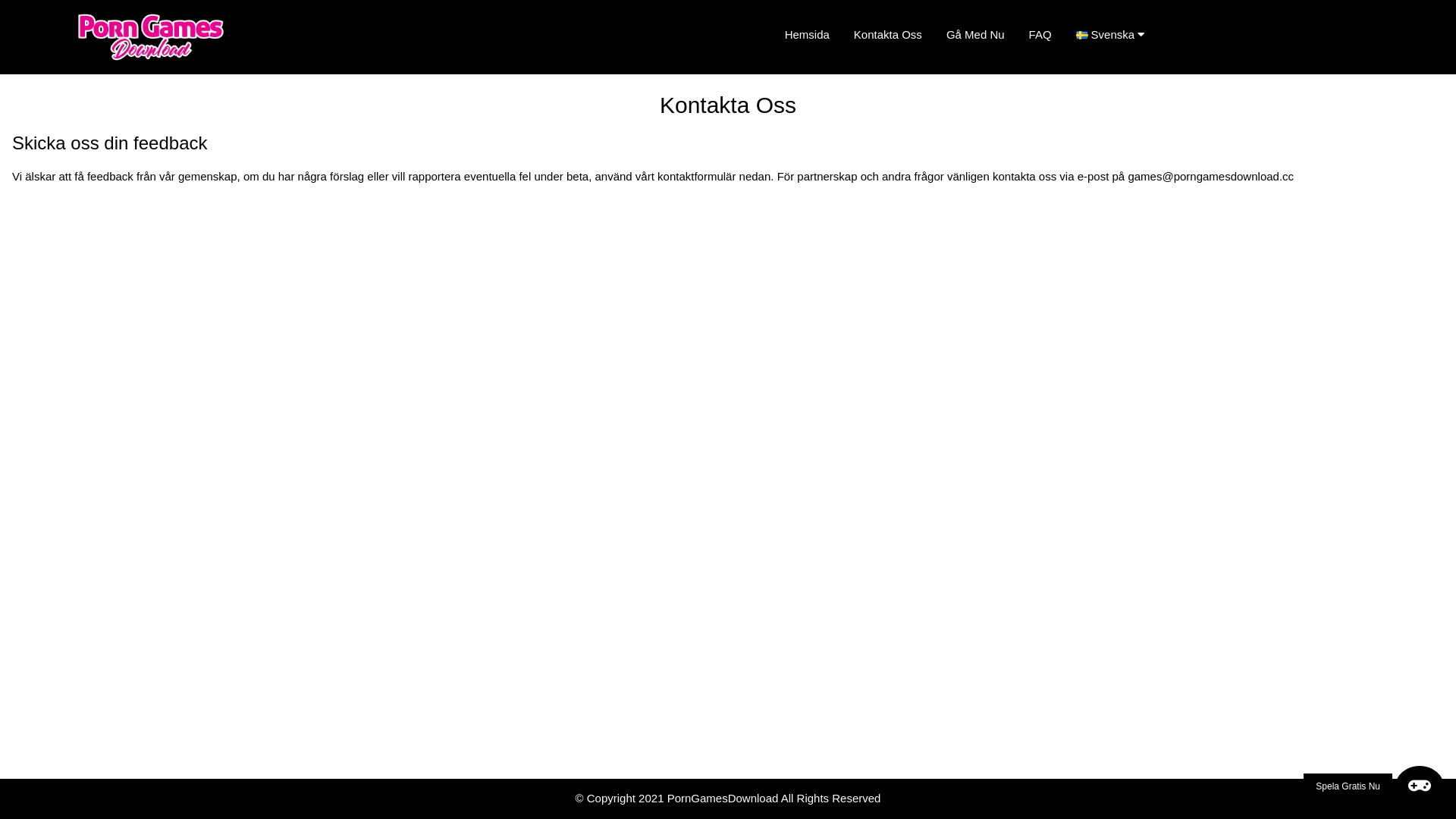 The image size is (1456, 819). What do you see at coordinates (840, 34) in the screenshot?
I see `'Kontakta Oss'` at bounding box center [840, 34].